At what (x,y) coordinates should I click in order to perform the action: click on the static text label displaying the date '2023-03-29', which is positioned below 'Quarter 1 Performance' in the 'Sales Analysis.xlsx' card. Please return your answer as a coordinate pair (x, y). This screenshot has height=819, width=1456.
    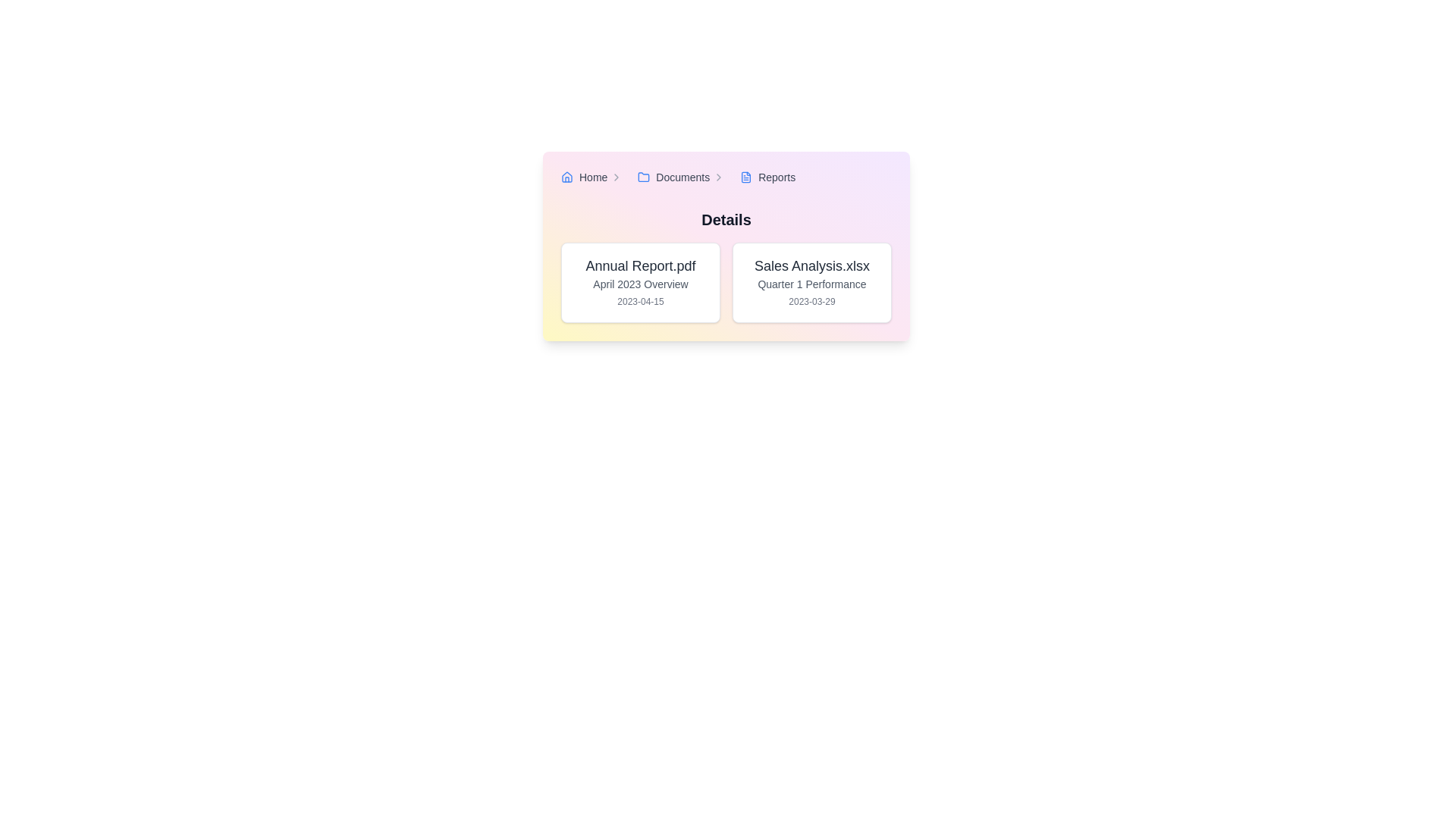
    Looking at the image, I should click on (811, 301).